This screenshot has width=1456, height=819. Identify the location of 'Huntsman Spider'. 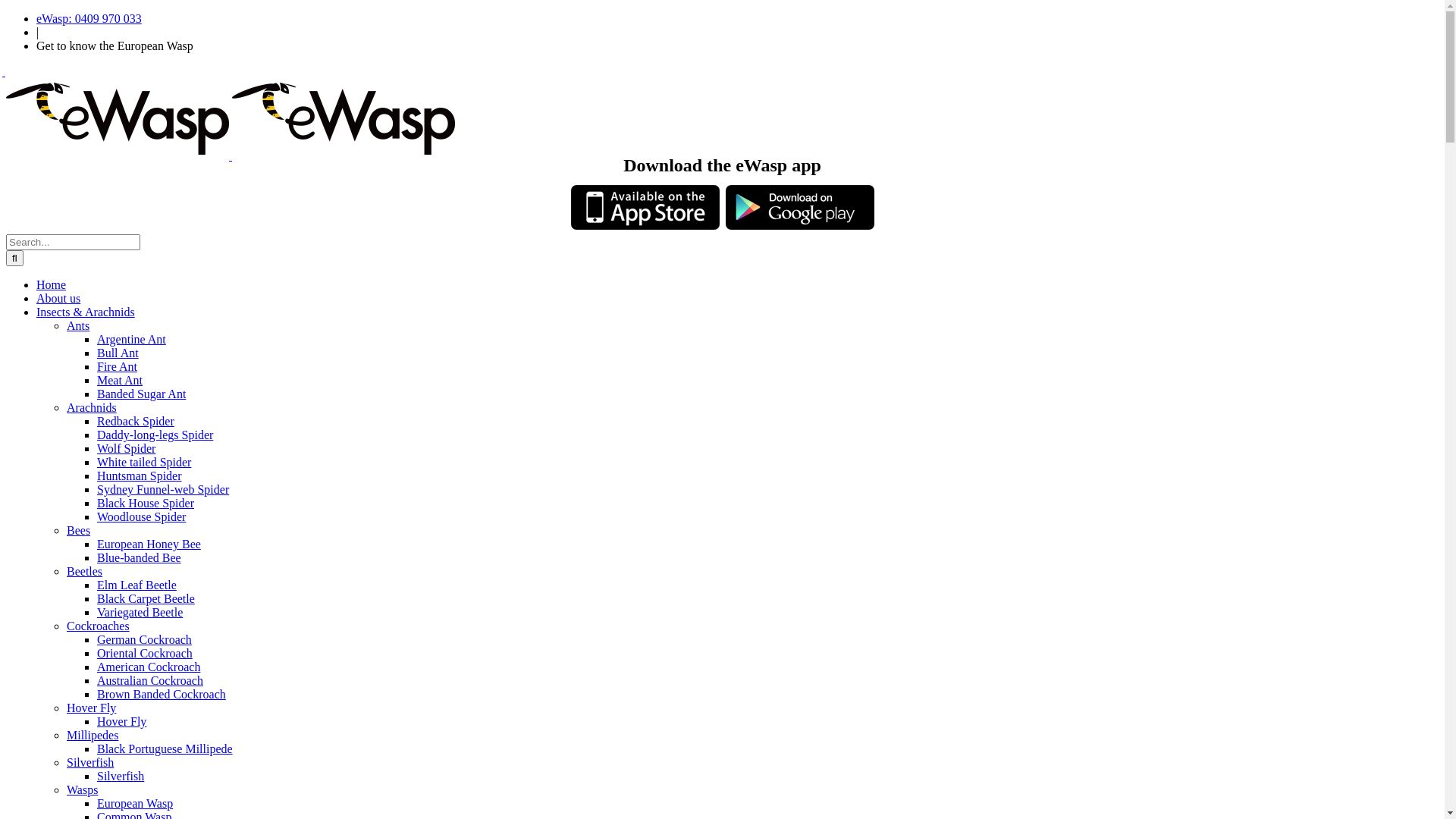
(96, 475).